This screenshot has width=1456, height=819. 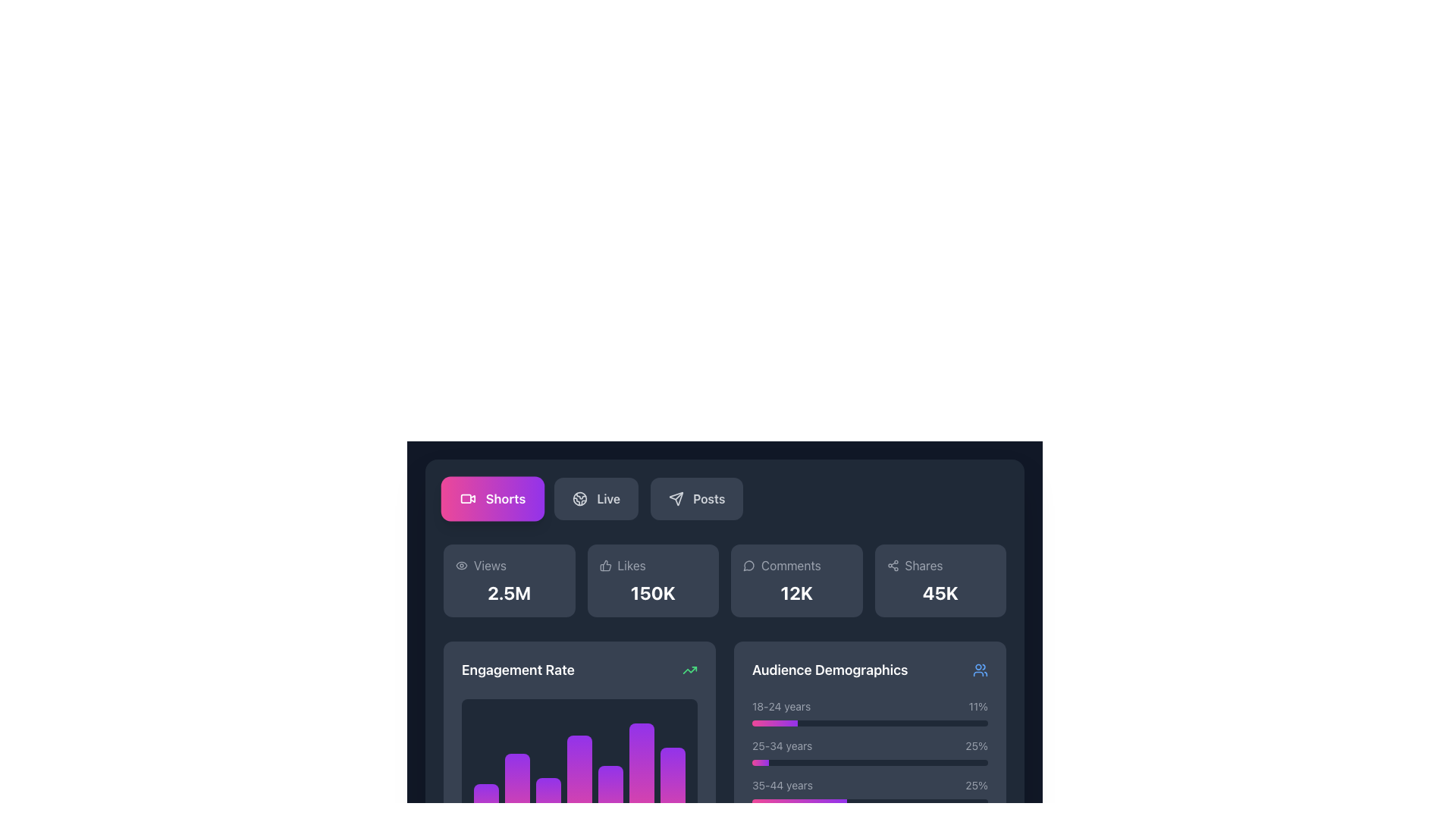 What do you see at coordinates (689, 669) in the screenshot?
I see `the informational icon representing a positive trend for the 'Engagement Rate' metric, located to the right of the text 'Engagement Rate'` at bounding box center [689, 669].